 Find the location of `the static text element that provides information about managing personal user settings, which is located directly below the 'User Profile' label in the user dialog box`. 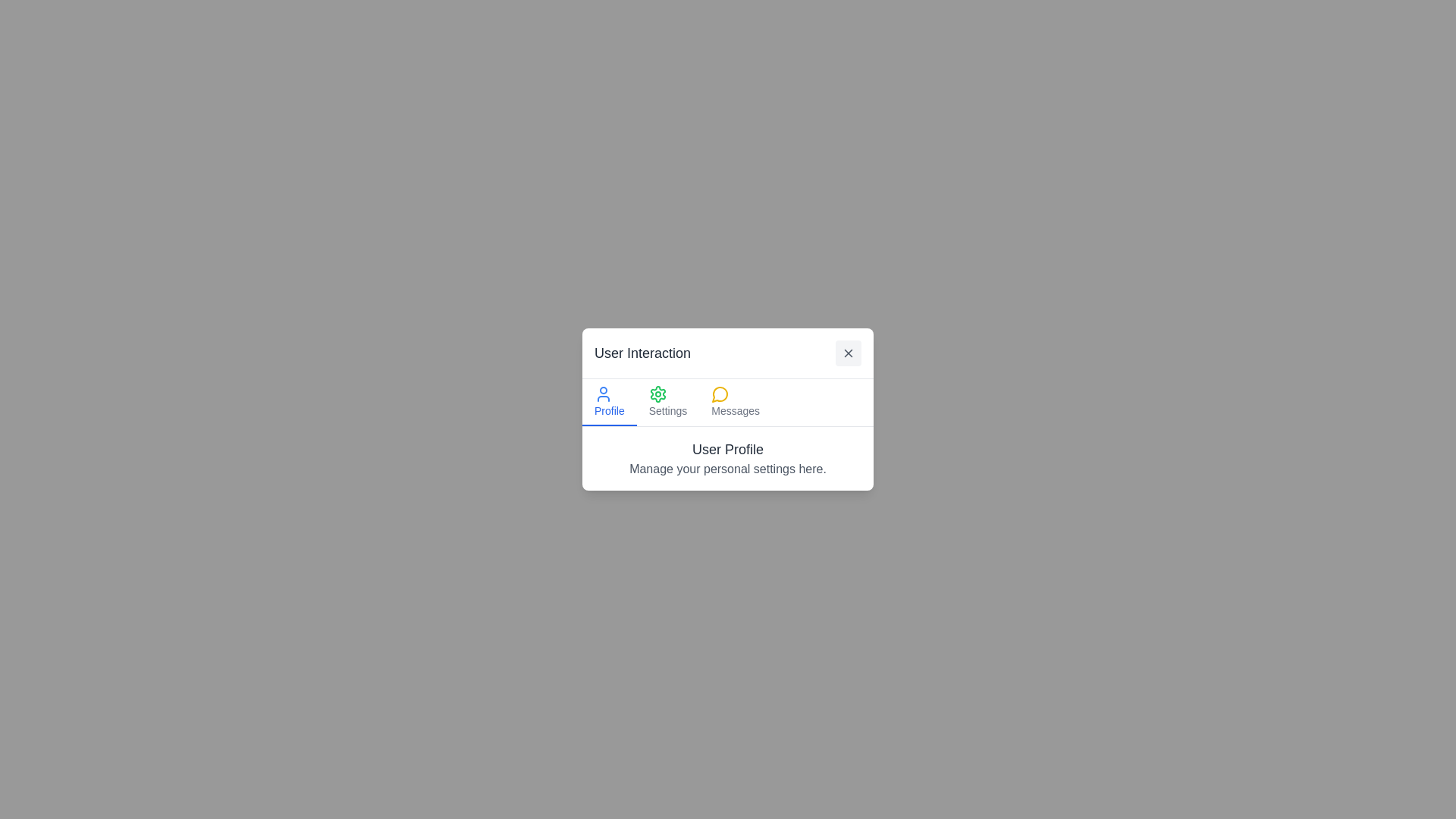

the static text element that provides information about managing personal user settings, which is located directly below the 'User Profile' label in the user dialog box is located at coordinates (728, 468).